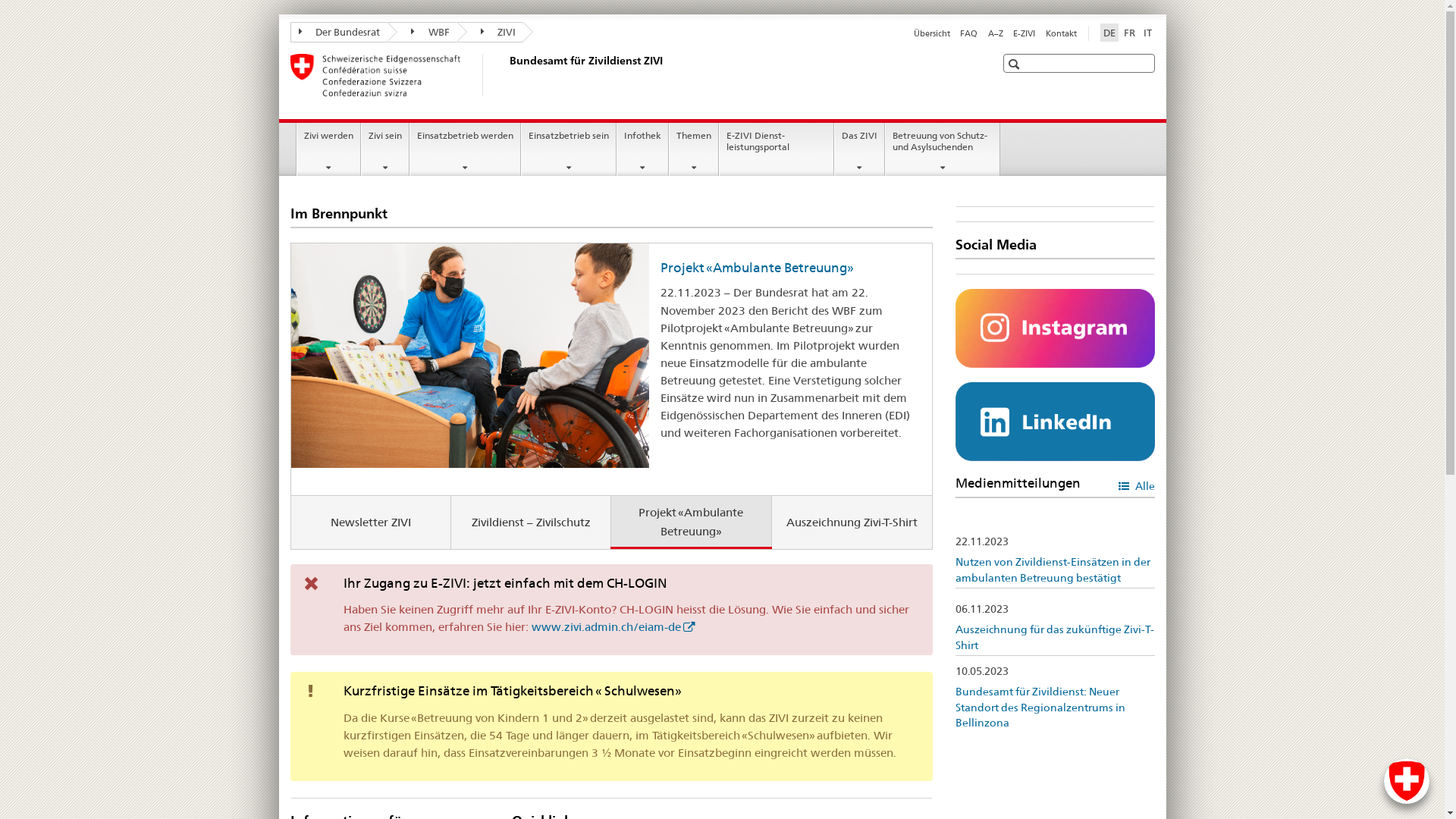  Describe the element at coordinates (968, 33) in the screenshot. I see `'FAQ'` at that location.